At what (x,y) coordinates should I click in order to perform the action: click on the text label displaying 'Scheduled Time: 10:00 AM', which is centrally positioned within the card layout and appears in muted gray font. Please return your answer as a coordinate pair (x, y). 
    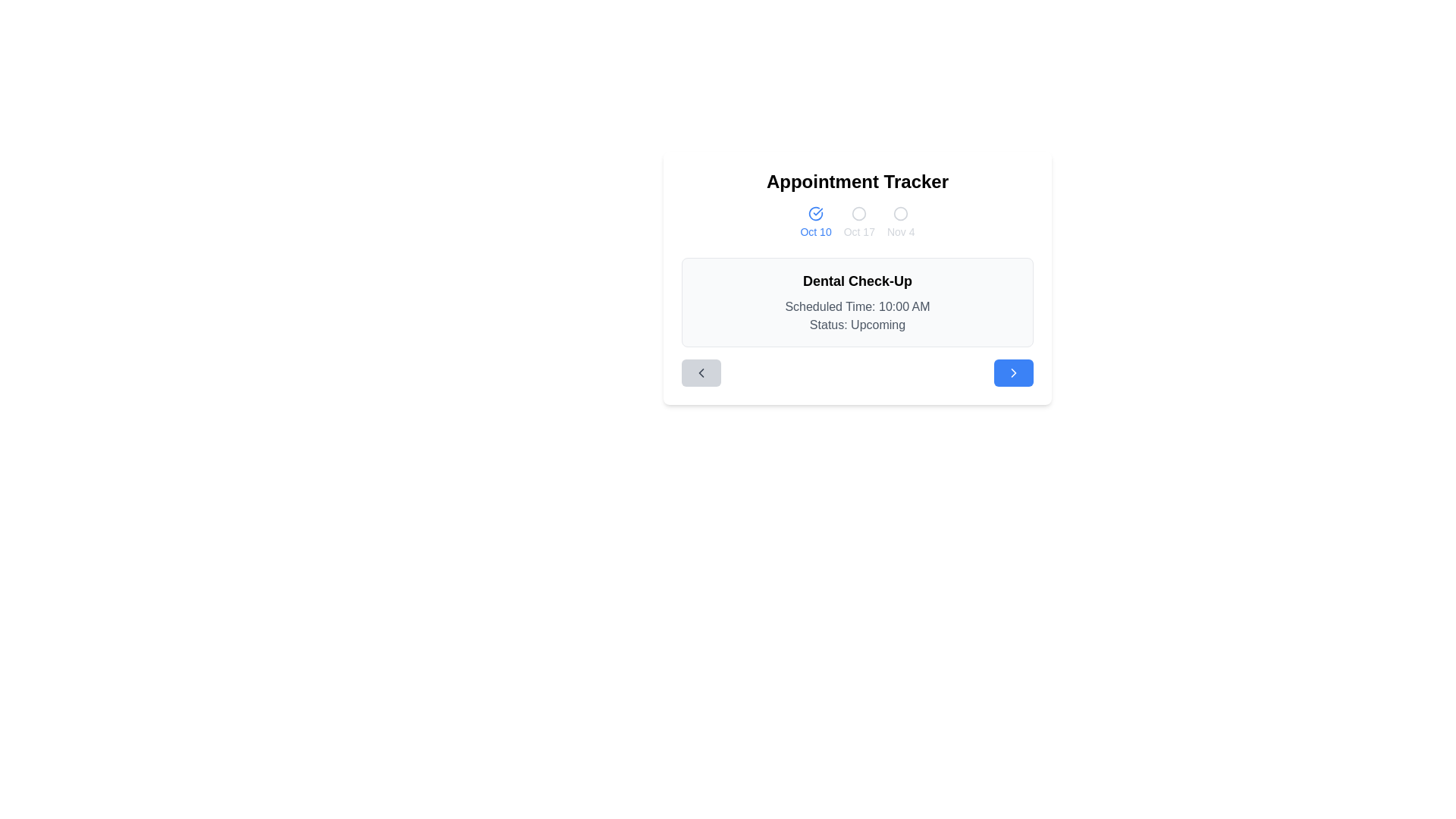
    Looking at the image, I should click on (858, 307).